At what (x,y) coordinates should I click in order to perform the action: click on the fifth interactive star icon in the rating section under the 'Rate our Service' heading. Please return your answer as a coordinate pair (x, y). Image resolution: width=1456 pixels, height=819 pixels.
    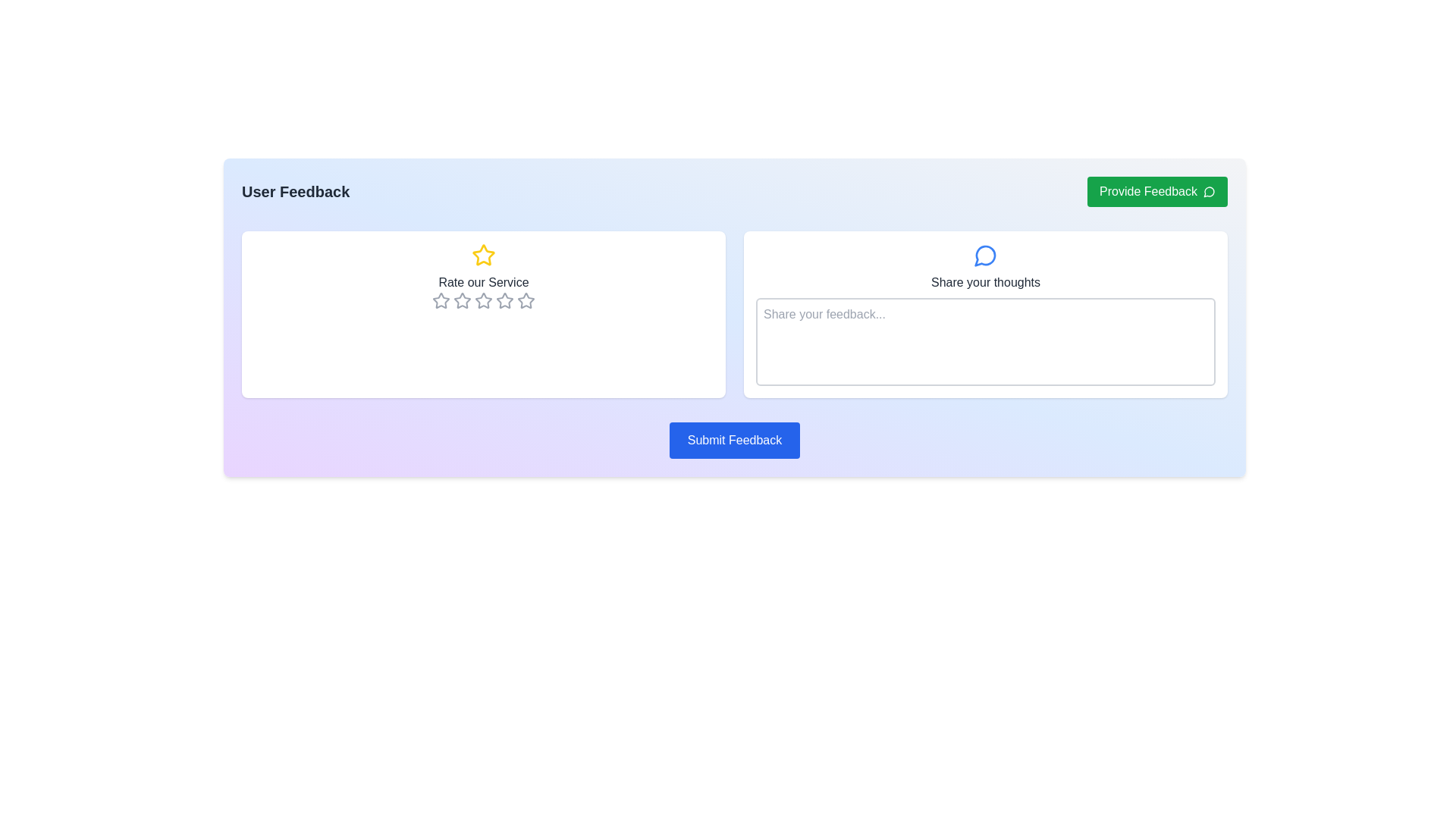
    Looking at the image, I should click on (526, 301).